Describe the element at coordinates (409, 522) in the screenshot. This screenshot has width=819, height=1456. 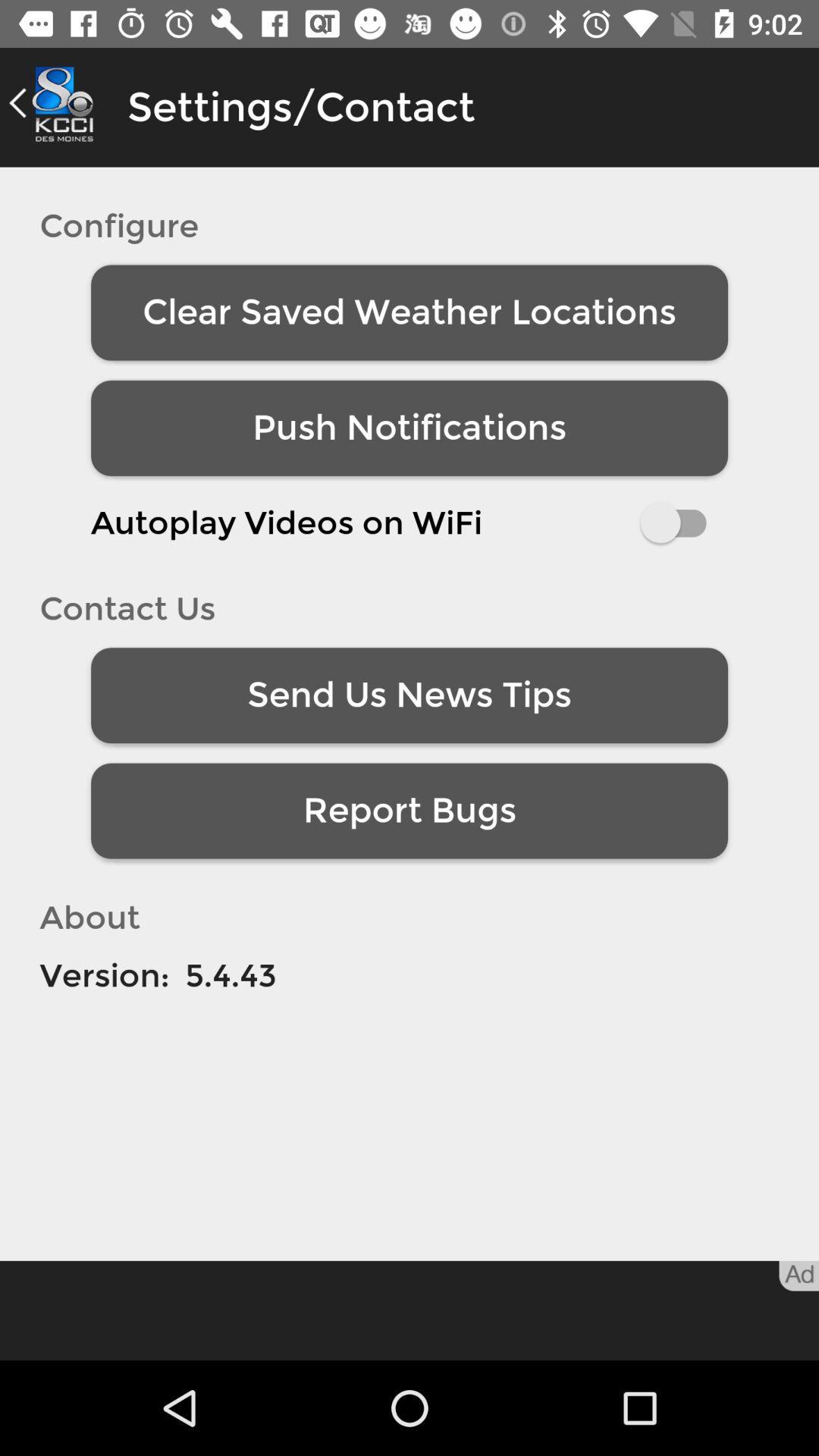
I see `the item below the push notifications` at that location.